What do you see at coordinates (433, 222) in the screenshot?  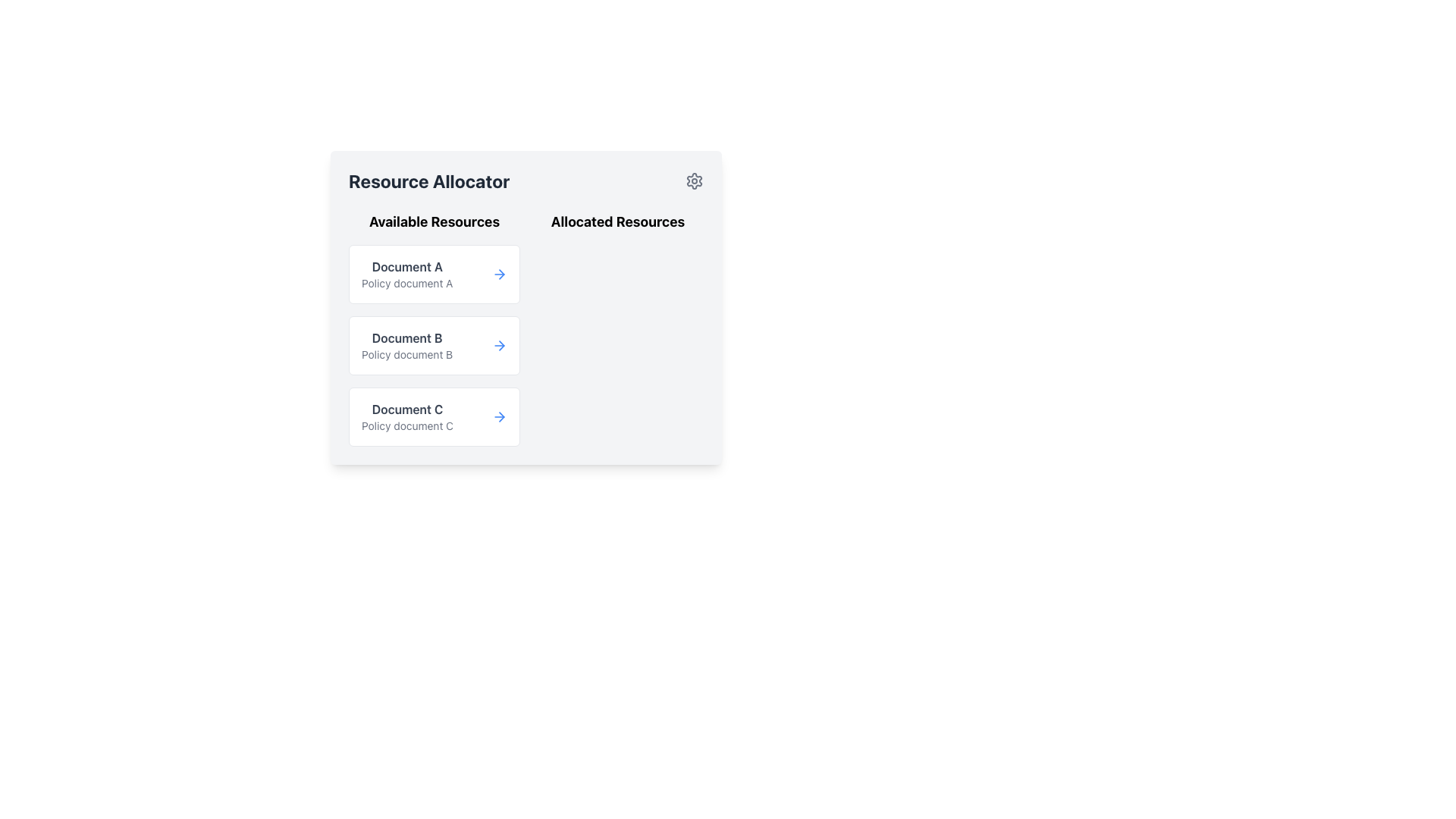 I see `text from the Static Text Label located above the list of documents in the left partition of the 'Resource Allocator' section` at bounding box center [433, 222].